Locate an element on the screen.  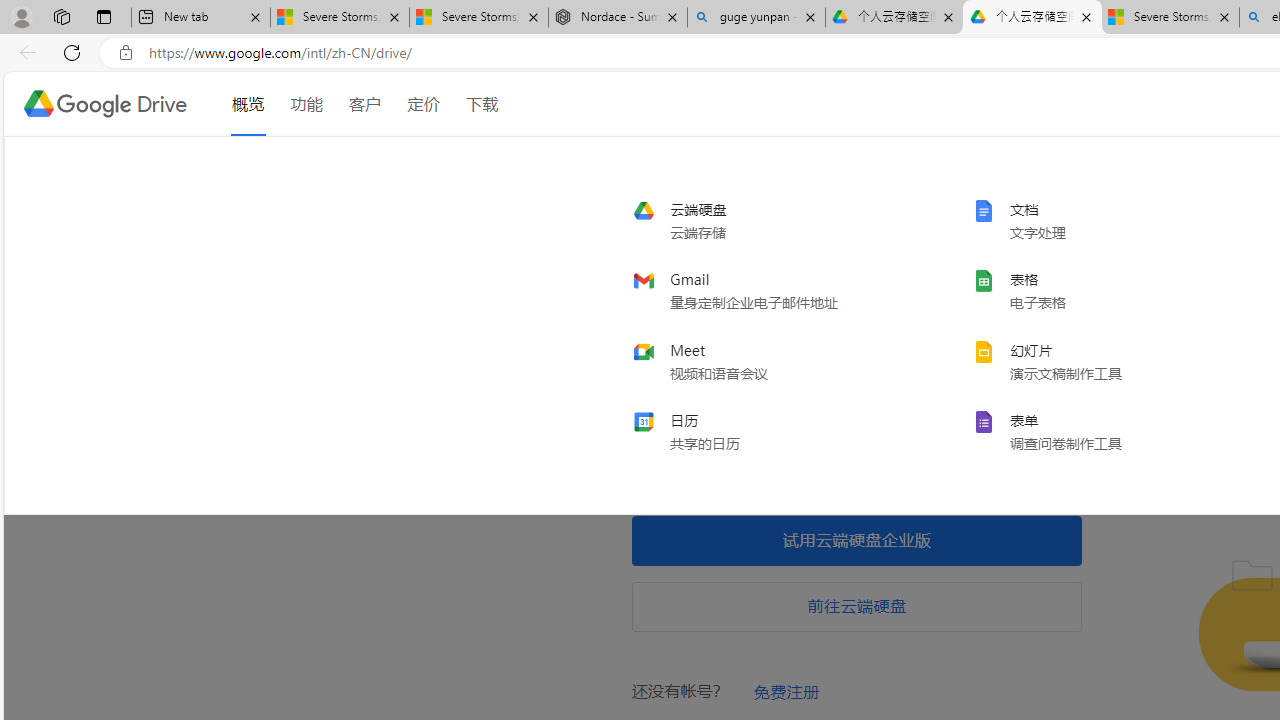
'meet' is located at coordinates (765, 361).